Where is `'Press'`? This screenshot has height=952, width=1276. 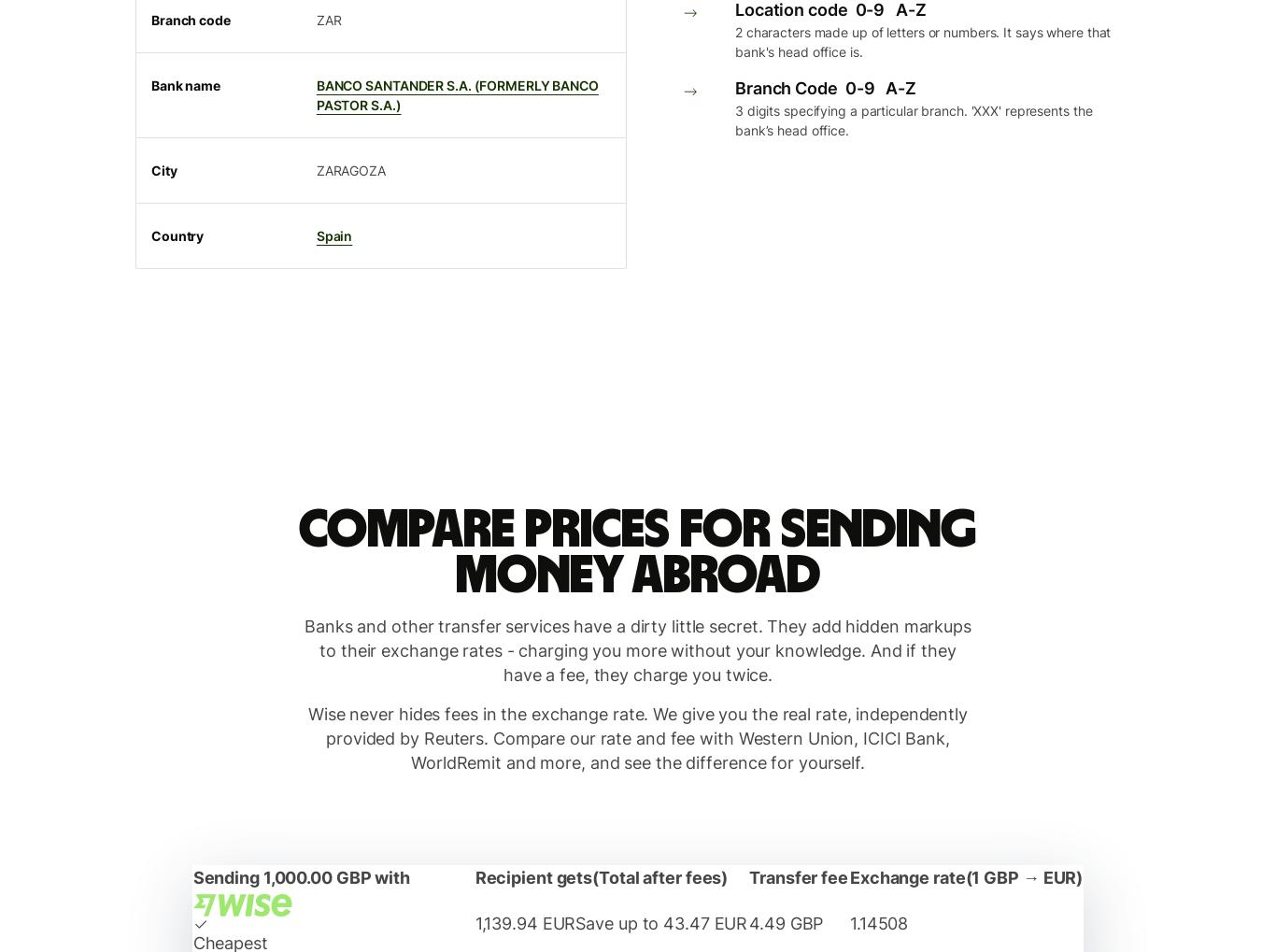
'Press' is located at coordinates (139, 66).